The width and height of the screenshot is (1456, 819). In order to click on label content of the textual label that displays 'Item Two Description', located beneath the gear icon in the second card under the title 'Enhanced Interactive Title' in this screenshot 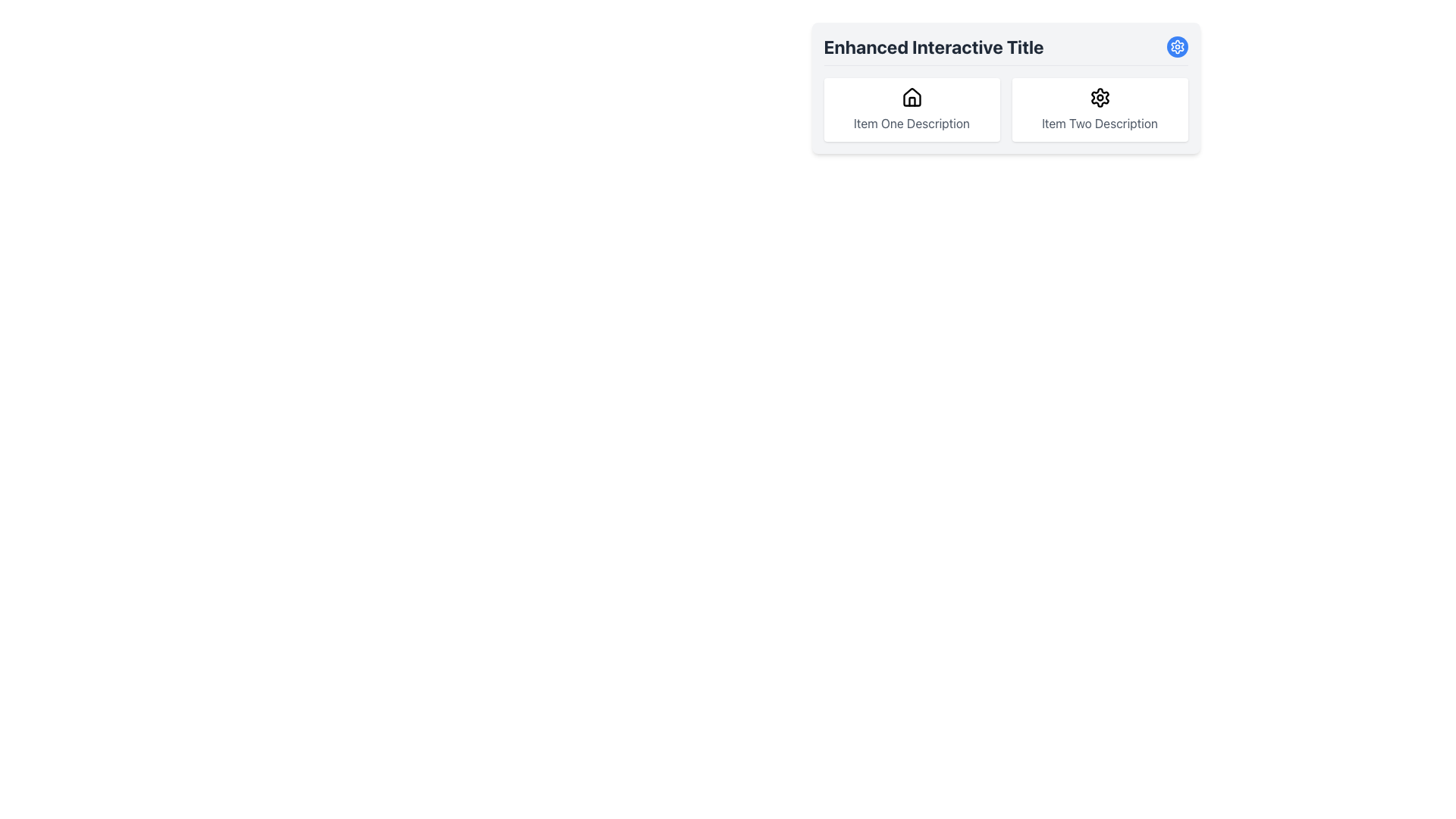, I will do `click(1100, 122)`.